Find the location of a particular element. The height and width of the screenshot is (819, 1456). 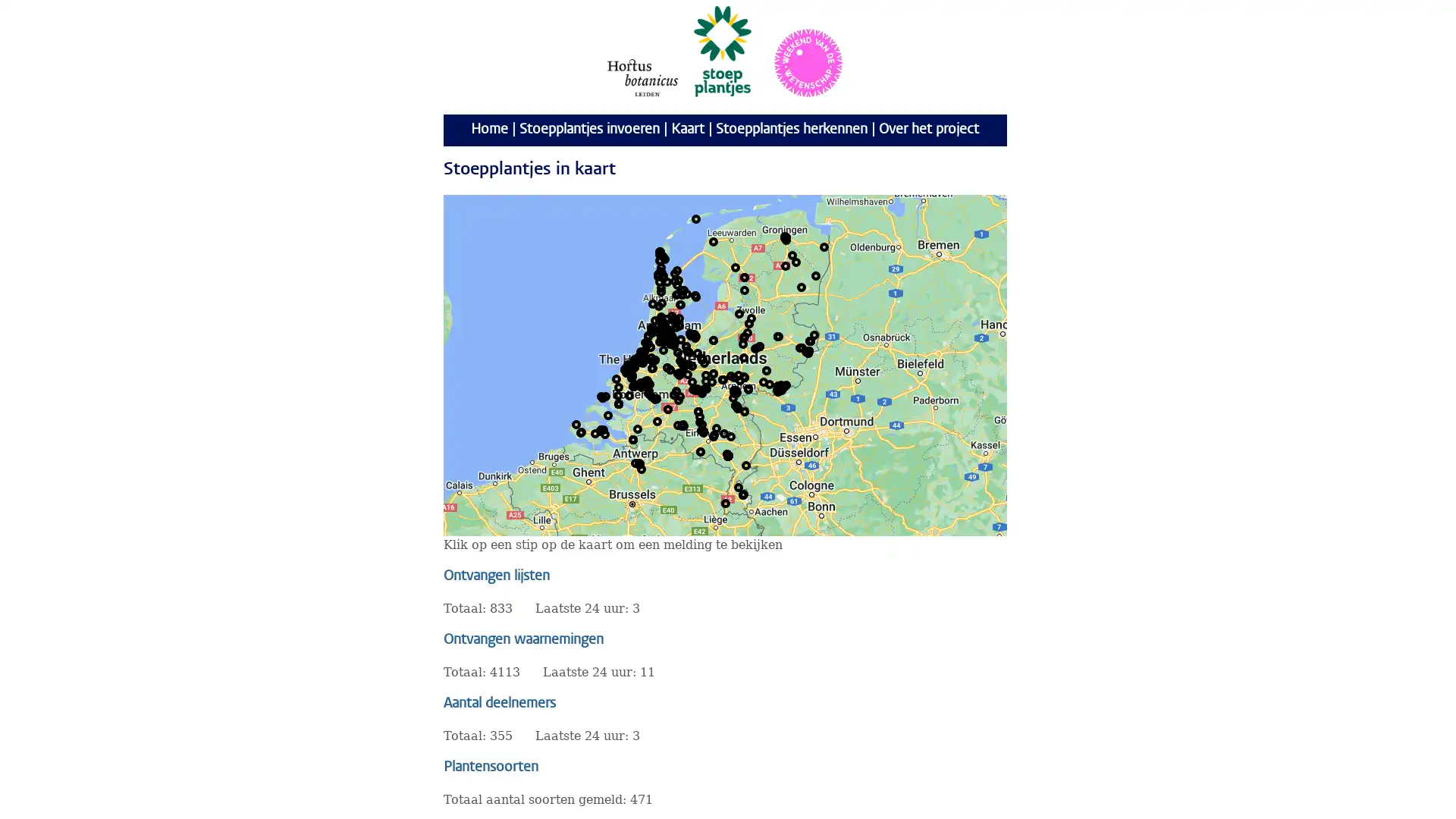

Telling van op 18 januari 2022 is located at coordinates (662, 327).